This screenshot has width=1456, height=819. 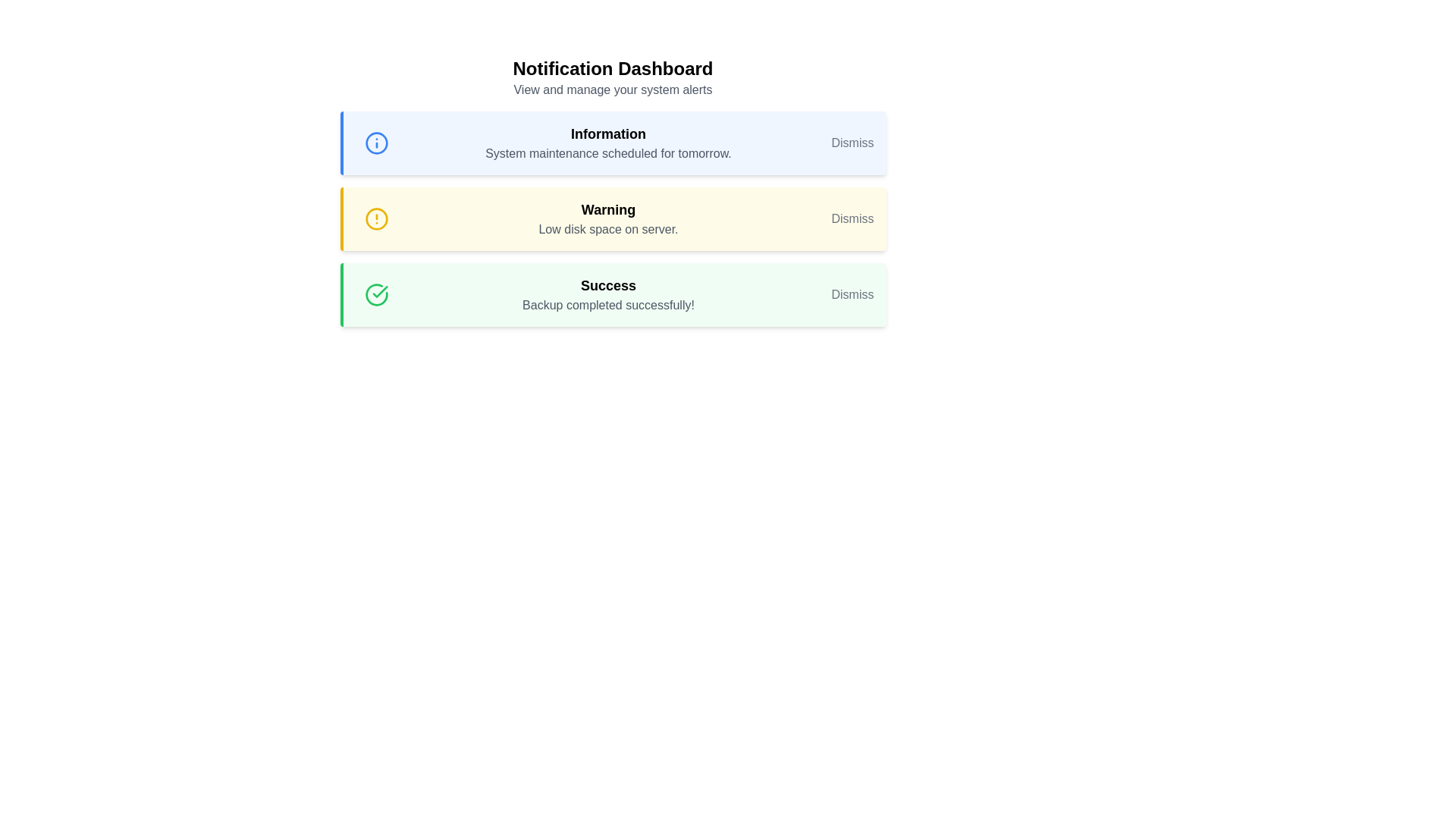 What do you see at coordinates (608, 230) in the screenshot?
I see `the text label reading 'Low disk space on server.' which is centrally aligned below the 'Warning' label in the yellow-highlighted notification bar` at bounding box center [608, 230].